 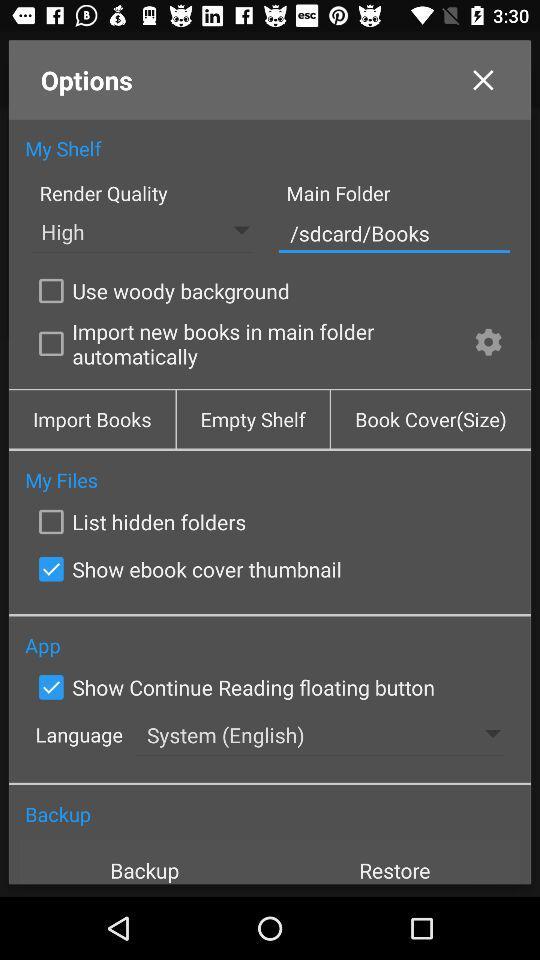 I want to click on the checkbox below the list hidden folders icon, so click(x=186, y=569).